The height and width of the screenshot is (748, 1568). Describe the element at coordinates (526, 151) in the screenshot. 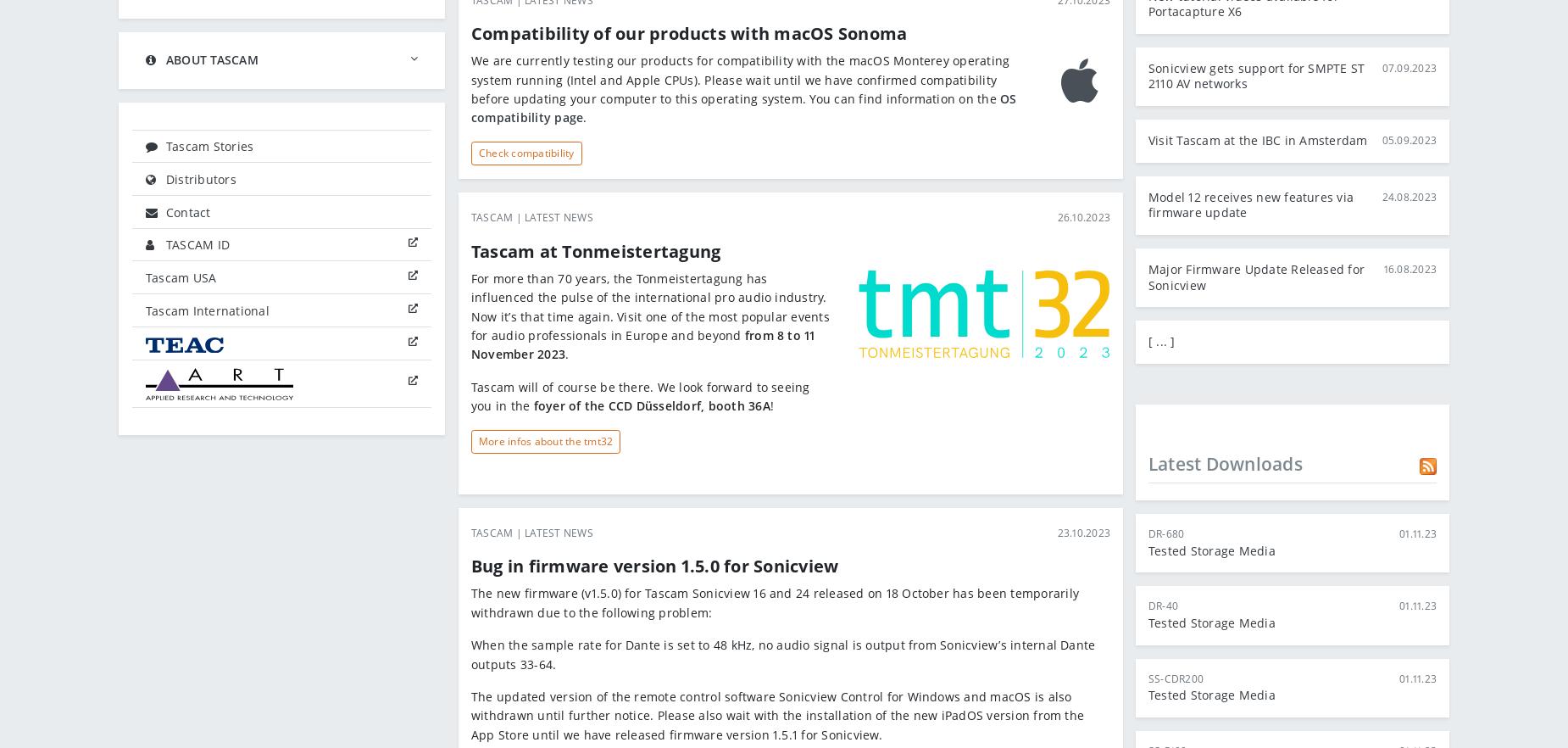

I see `'Check compatibility'` at that location.